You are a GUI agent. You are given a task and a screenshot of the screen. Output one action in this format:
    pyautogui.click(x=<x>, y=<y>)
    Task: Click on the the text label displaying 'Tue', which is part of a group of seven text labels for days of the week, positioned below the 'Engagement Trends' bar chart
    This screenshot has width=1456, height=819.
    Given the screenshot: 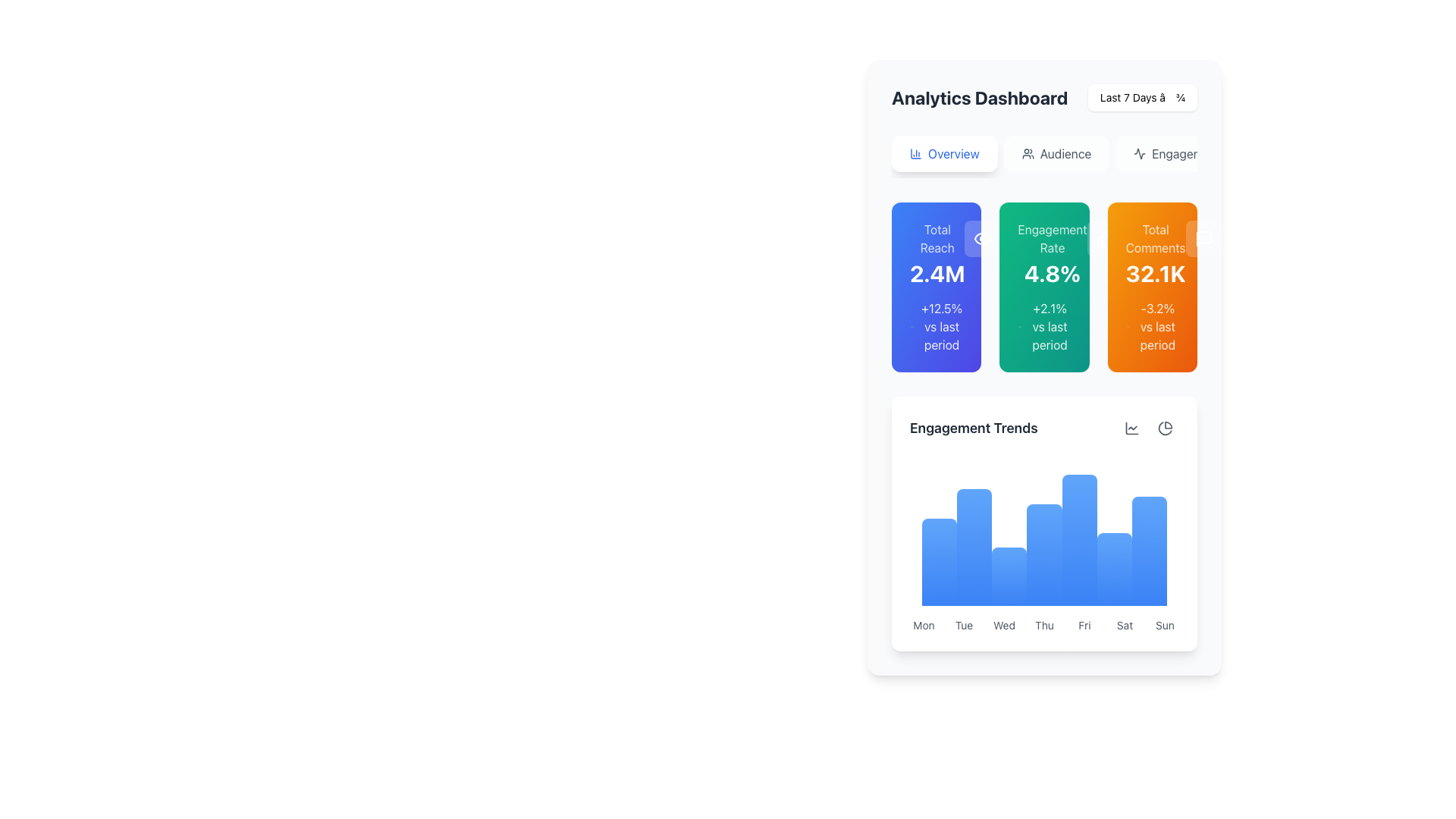 What is the action you would take?
    pyautogui.click(x=963, y=626)
    